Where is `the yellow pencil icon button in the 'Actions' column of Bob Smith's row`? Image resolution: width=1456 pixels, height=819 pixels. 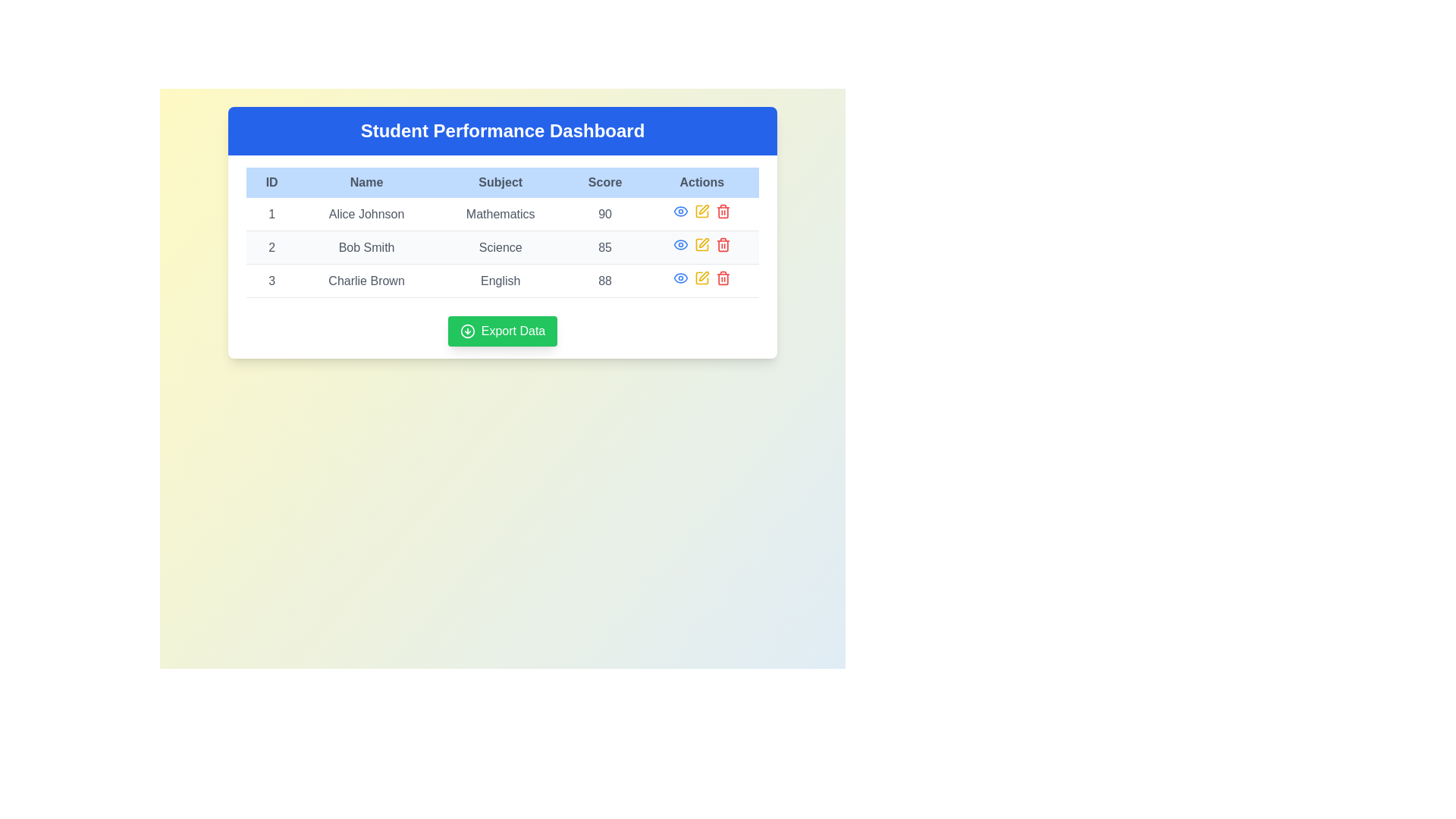 the yellow pencil icon button in the 'Actions' column of Bob Smith's row is located at coordinates (701, 246).